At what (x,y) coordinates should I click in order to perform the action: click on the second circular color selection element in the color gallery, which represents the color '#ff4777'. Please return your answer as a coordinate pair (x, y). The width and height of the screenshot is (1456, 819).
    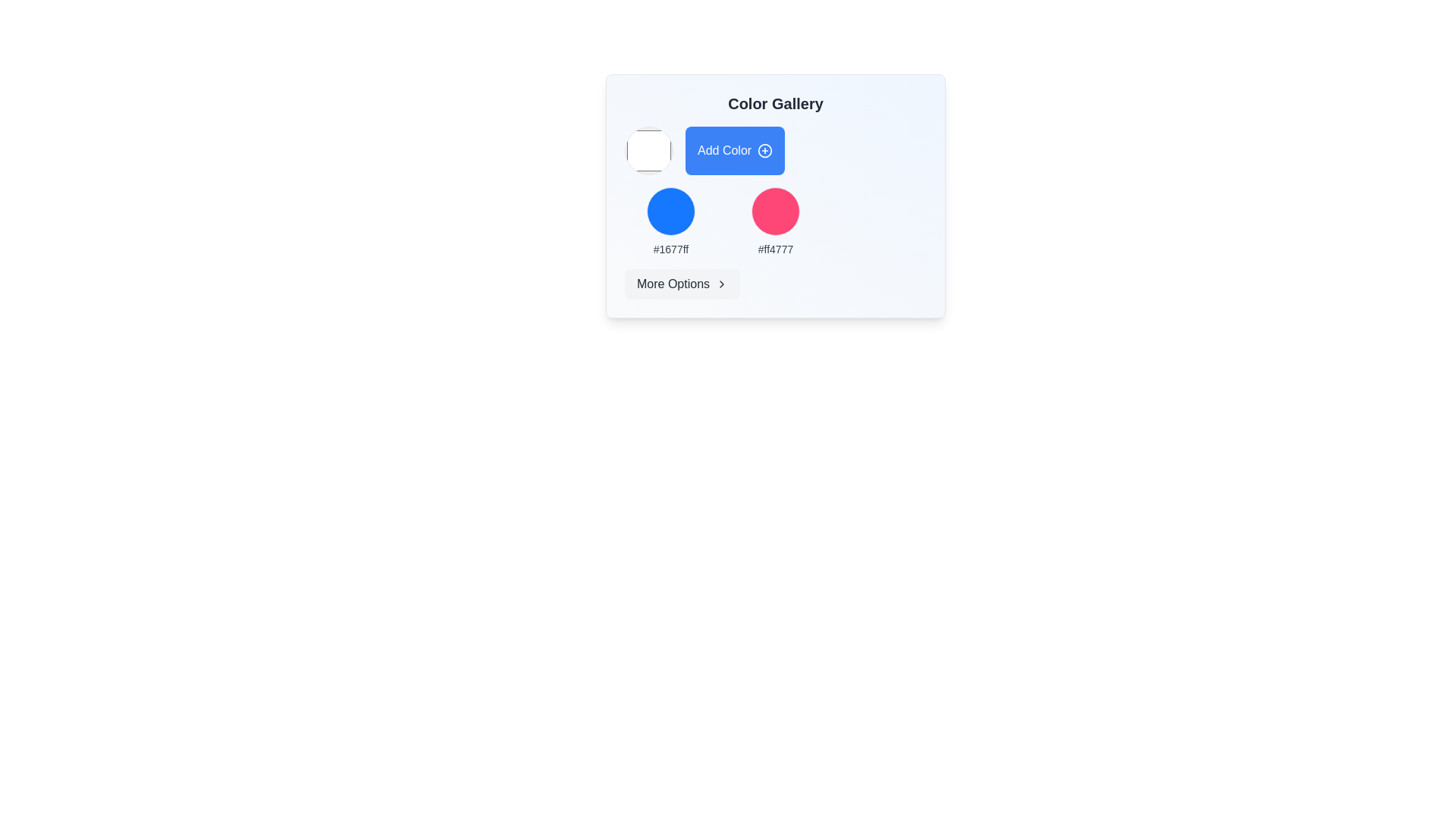
    Looking at the image, I should click on (775, 195).